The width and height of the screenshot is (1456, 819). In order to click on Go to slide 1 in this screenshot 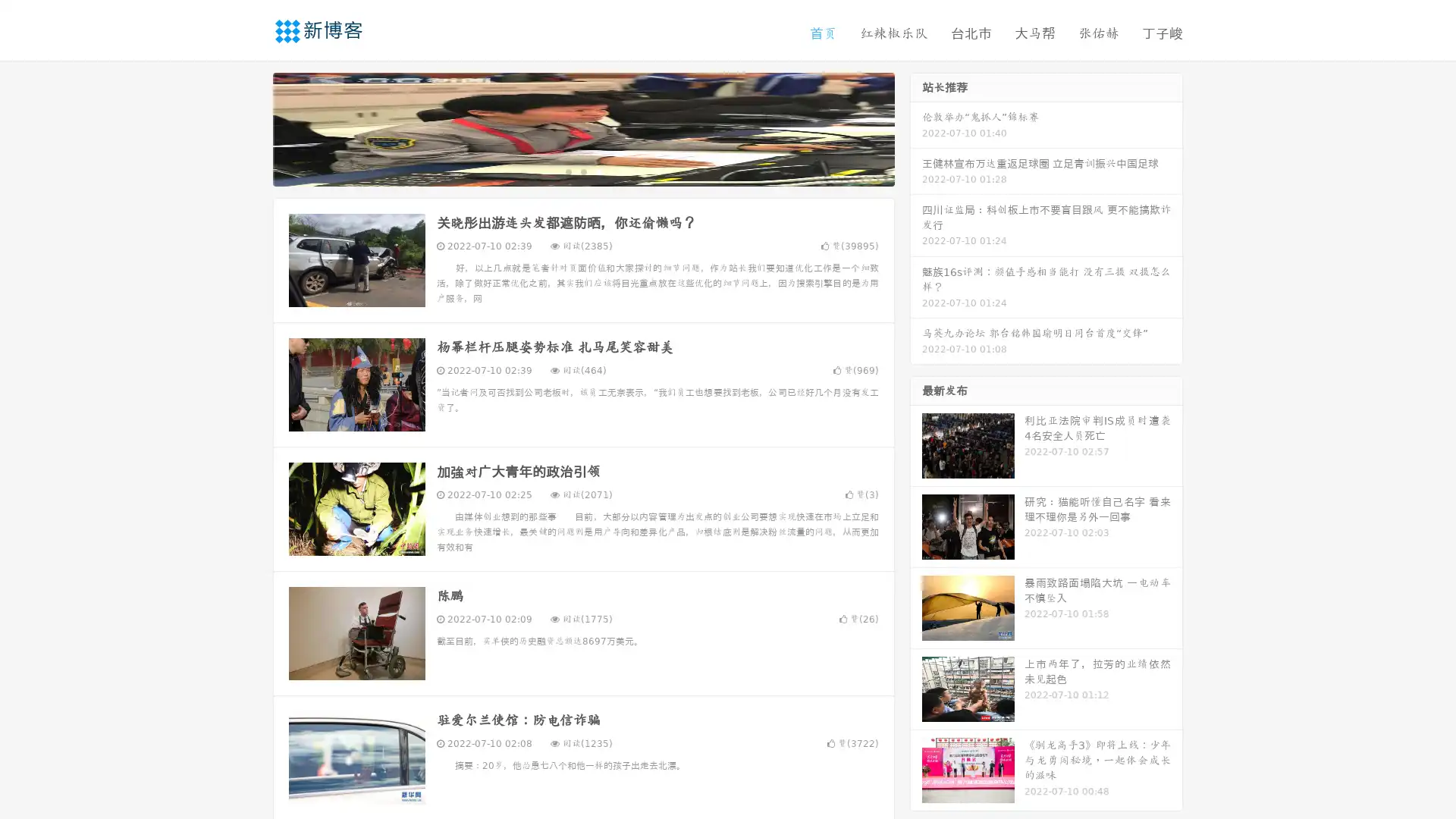, I will do `click(567, 171)`.